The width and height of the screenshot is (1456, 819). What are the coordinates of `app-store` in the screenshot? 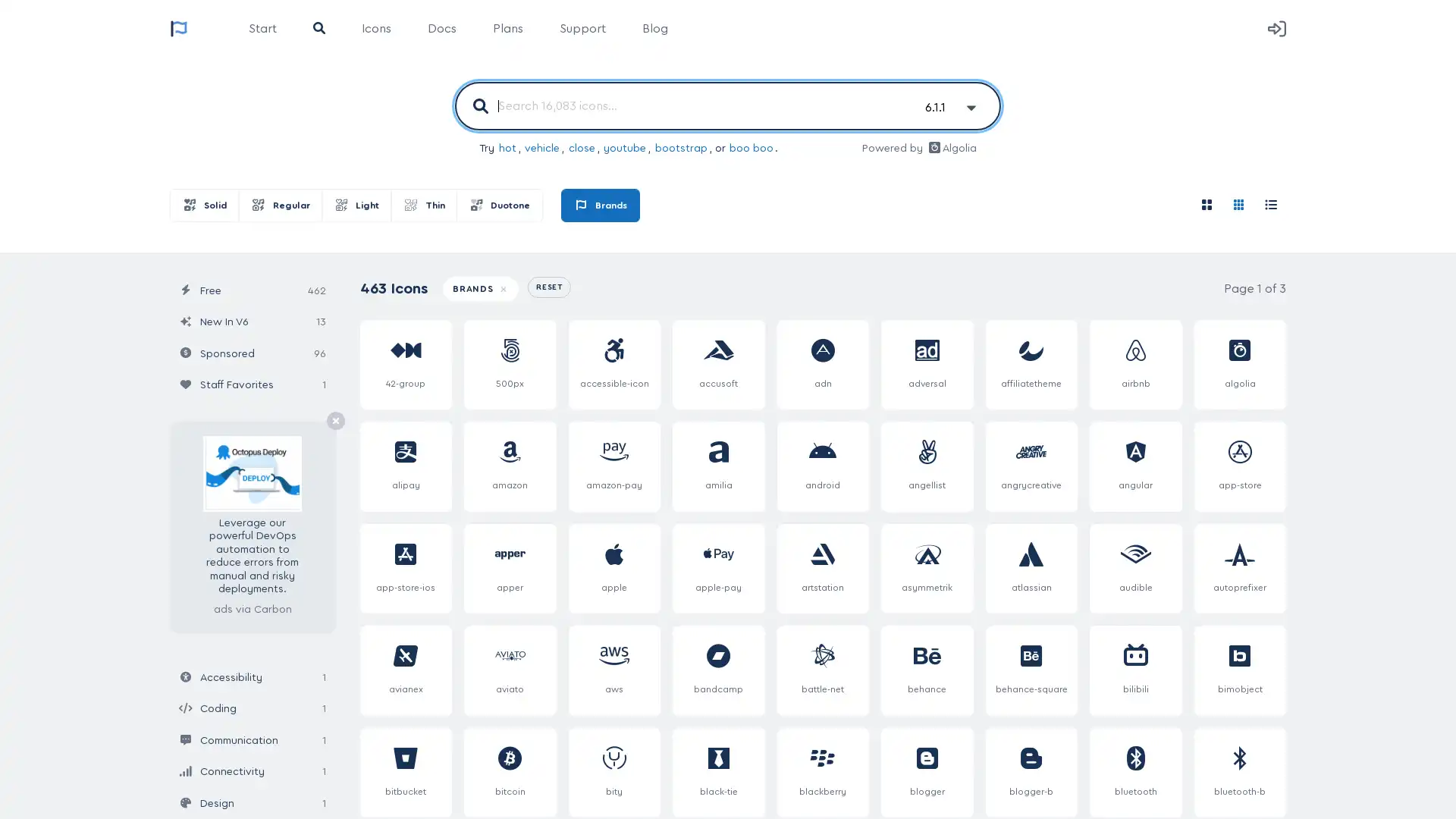 It's located at (1239, 475).